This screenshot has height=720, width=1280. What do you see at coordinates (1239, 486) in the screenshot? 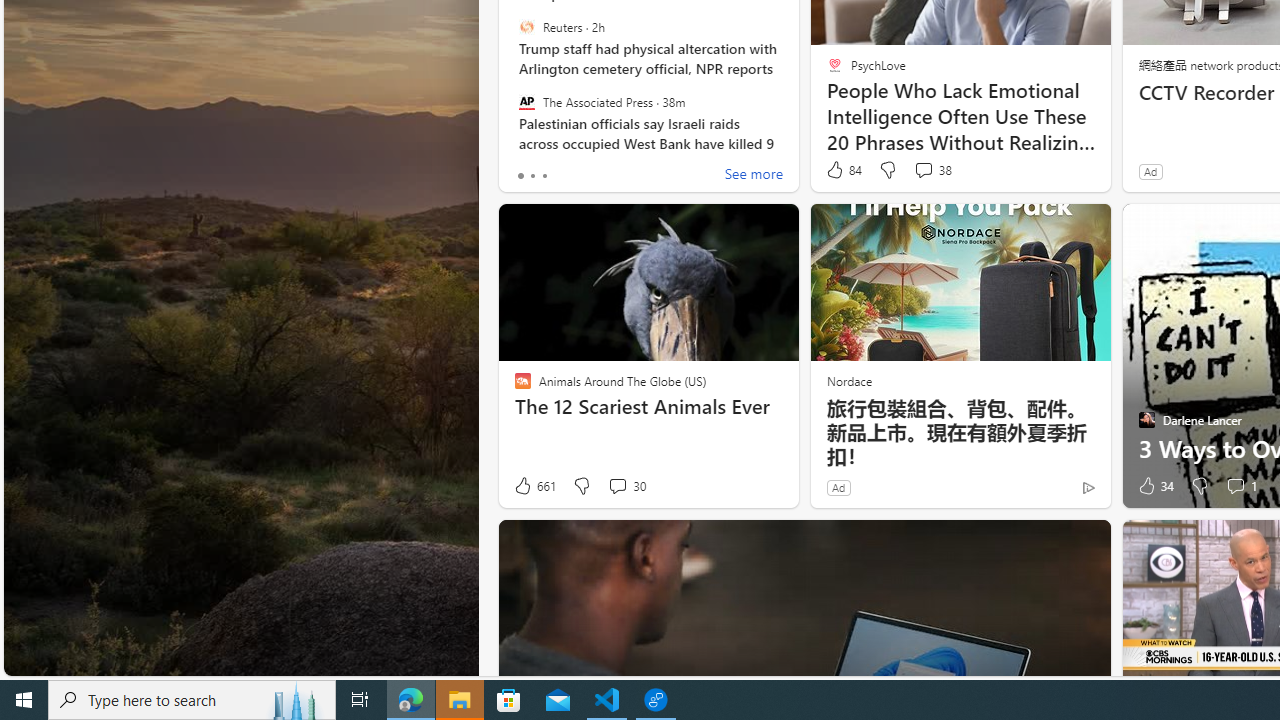
I see `'View comments 1 Comment'` at bounding box center [1239, 486].